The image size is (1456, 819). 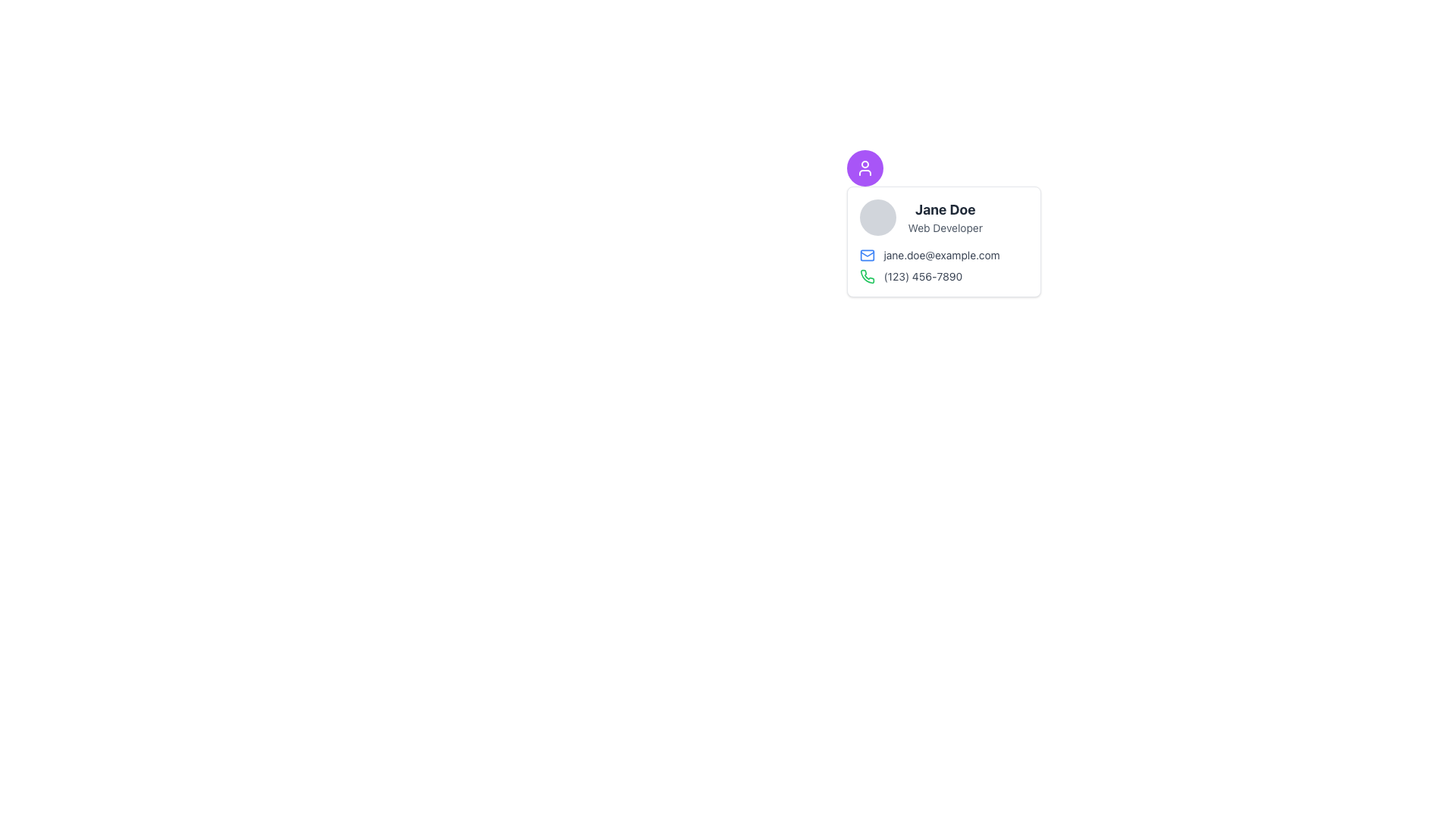 What do you see at coordinates (867, 276) in the screenshot?
I see `the unique green phone icon in the contact card layout, located to the right of the email address and above the phone number` at bounding box center [867, 276].